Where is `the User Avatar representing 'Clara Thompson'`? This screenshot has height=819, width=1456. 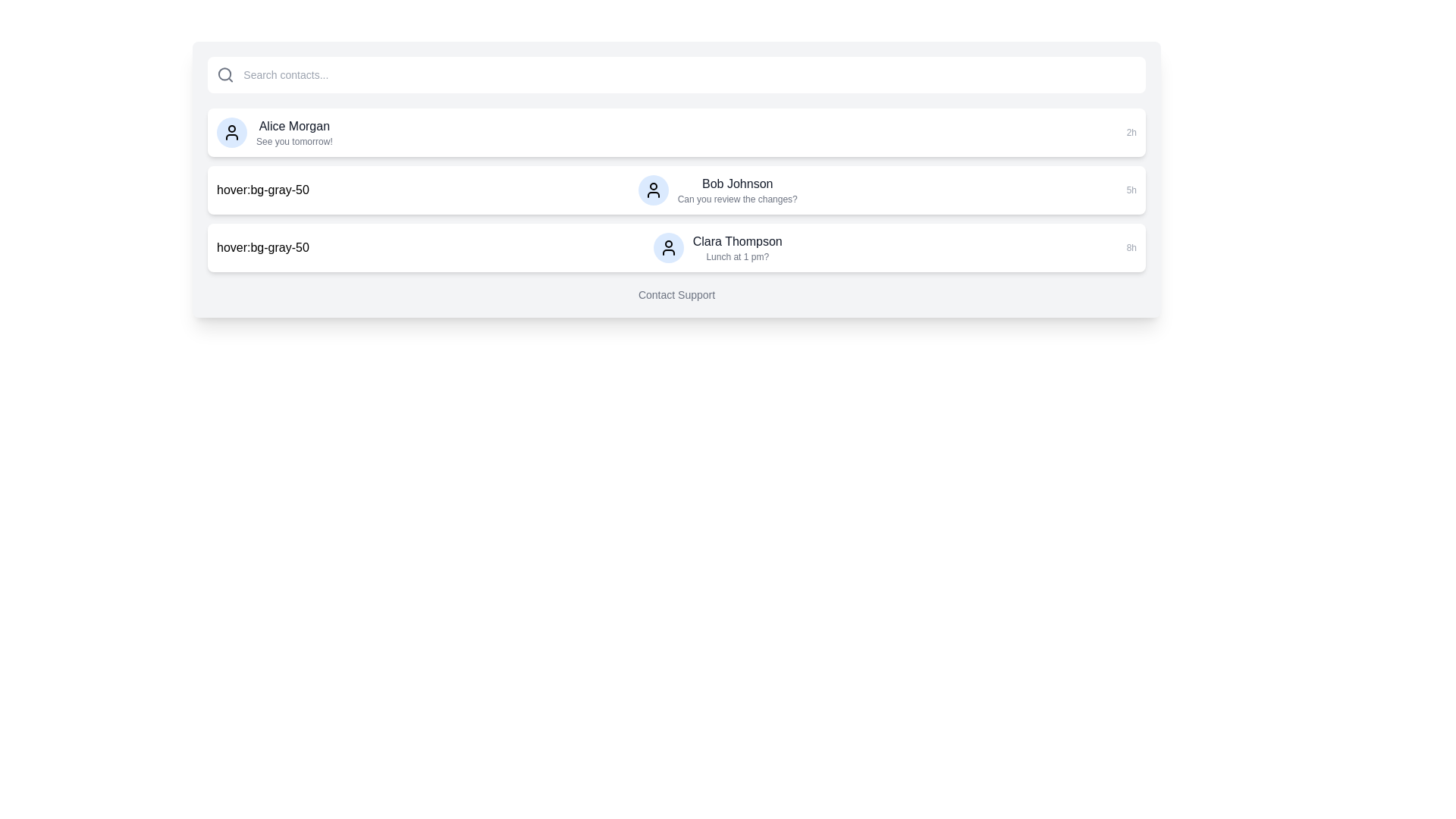 the User Avatar representing 'Clara Thompson' is located at coordinates (667, 247).